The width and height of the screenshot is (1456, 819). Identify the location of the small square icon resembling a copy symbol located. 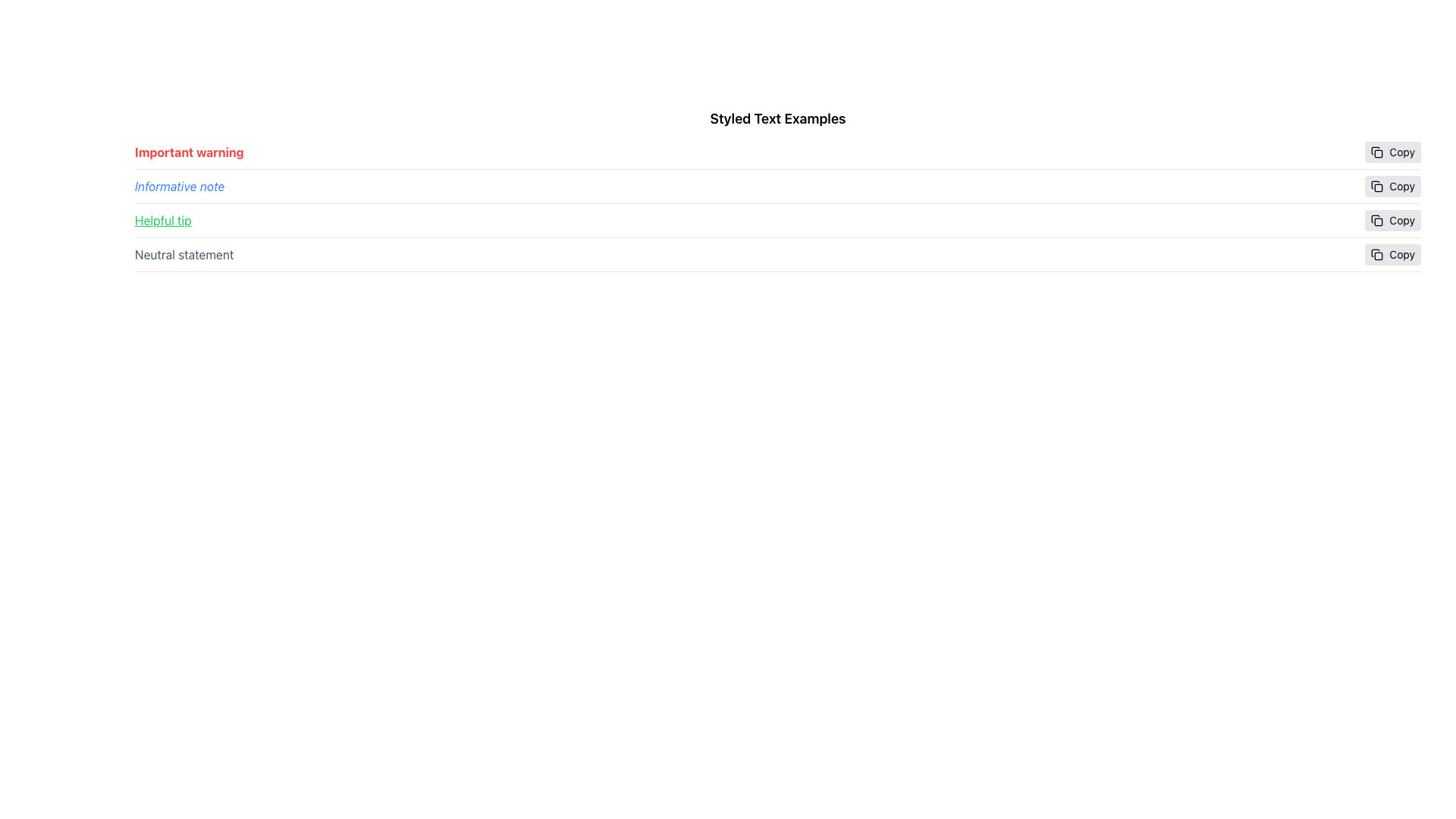
(1377, 220).